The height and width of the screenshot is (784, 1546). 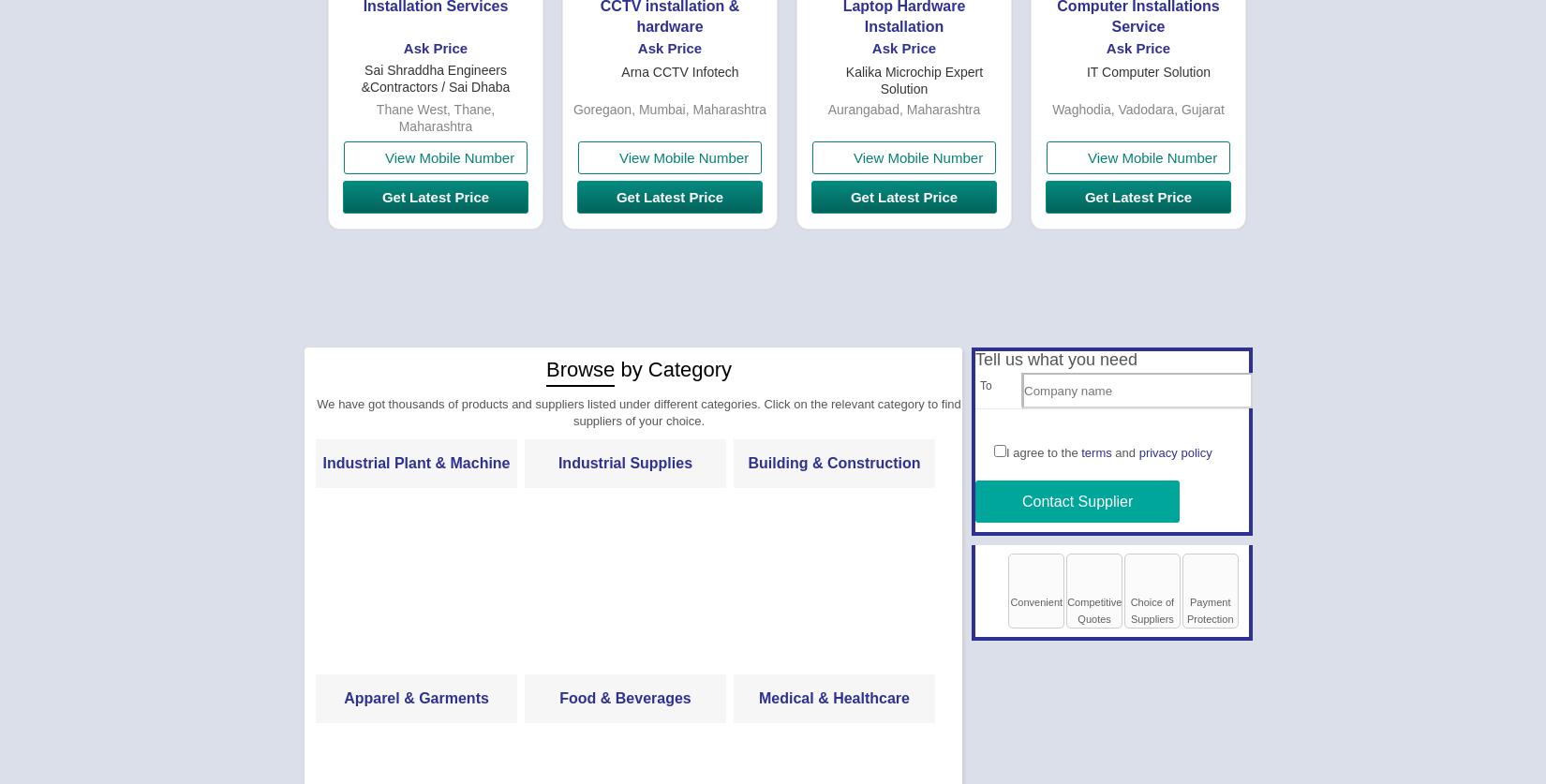 I want to click on 'To', so click(x=986, y=385).